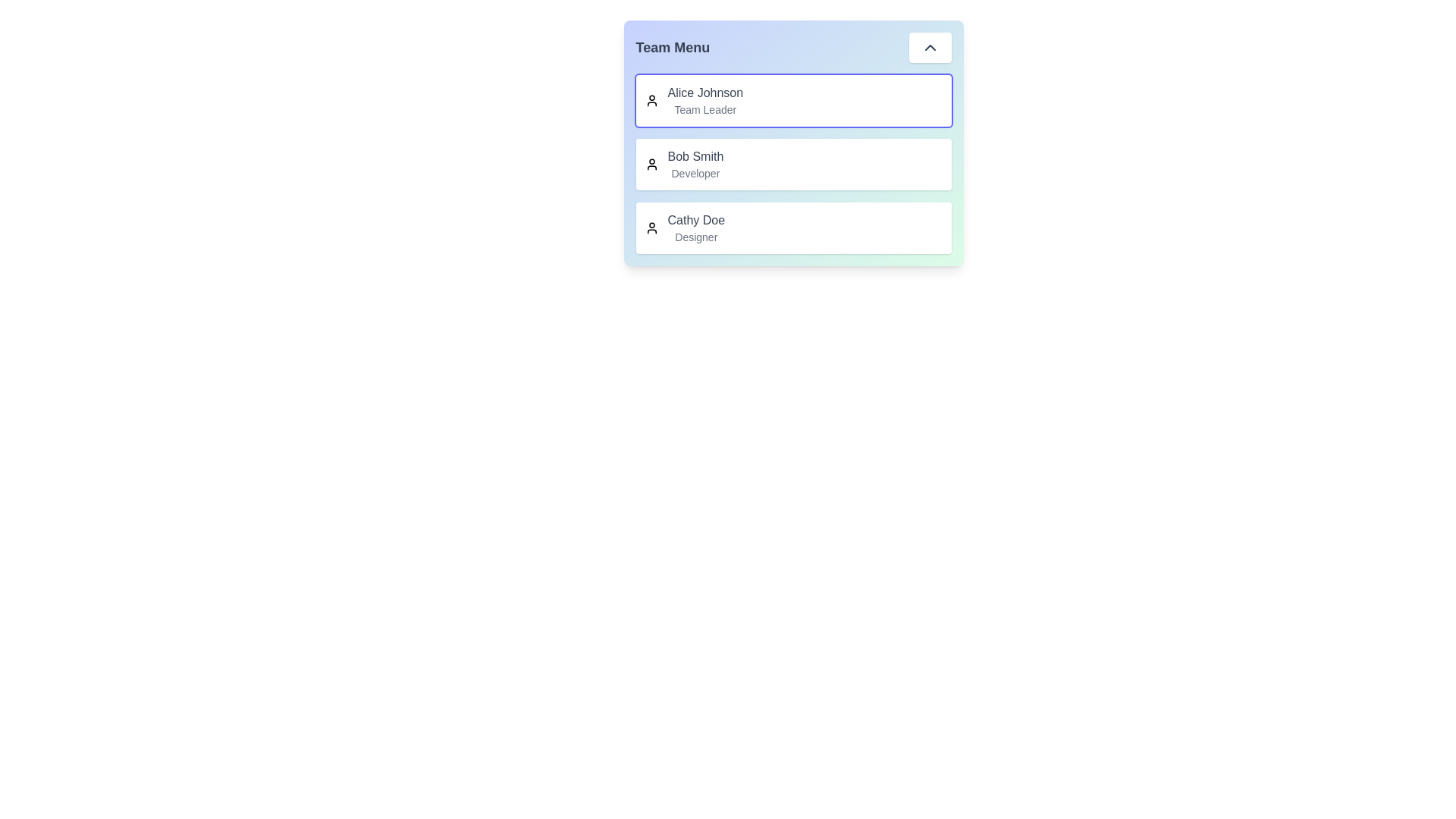 The height and width of the screenshot is (819, 1456). I want to click on the team member Bob Smith by clicking on their entry in the menu, so click(792, 164).